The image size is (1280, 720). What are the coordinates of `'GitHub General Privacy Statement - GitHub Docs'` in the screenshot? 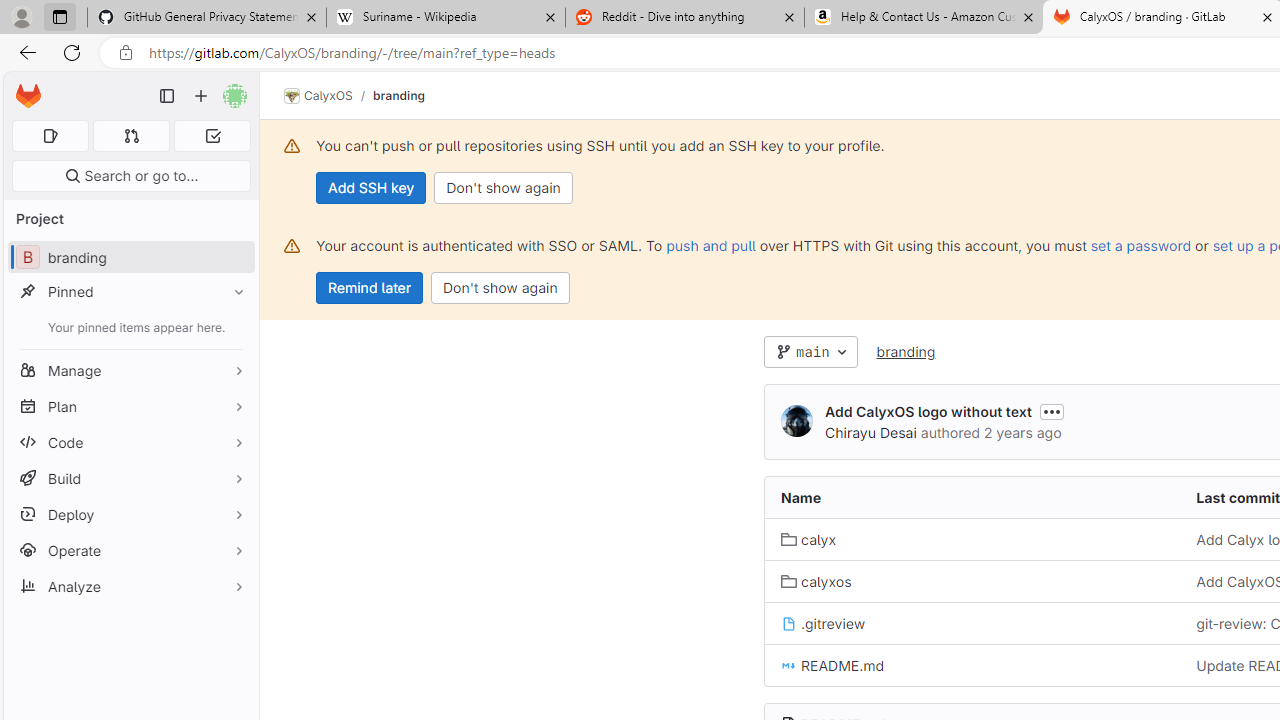 It's located at (207, 17).